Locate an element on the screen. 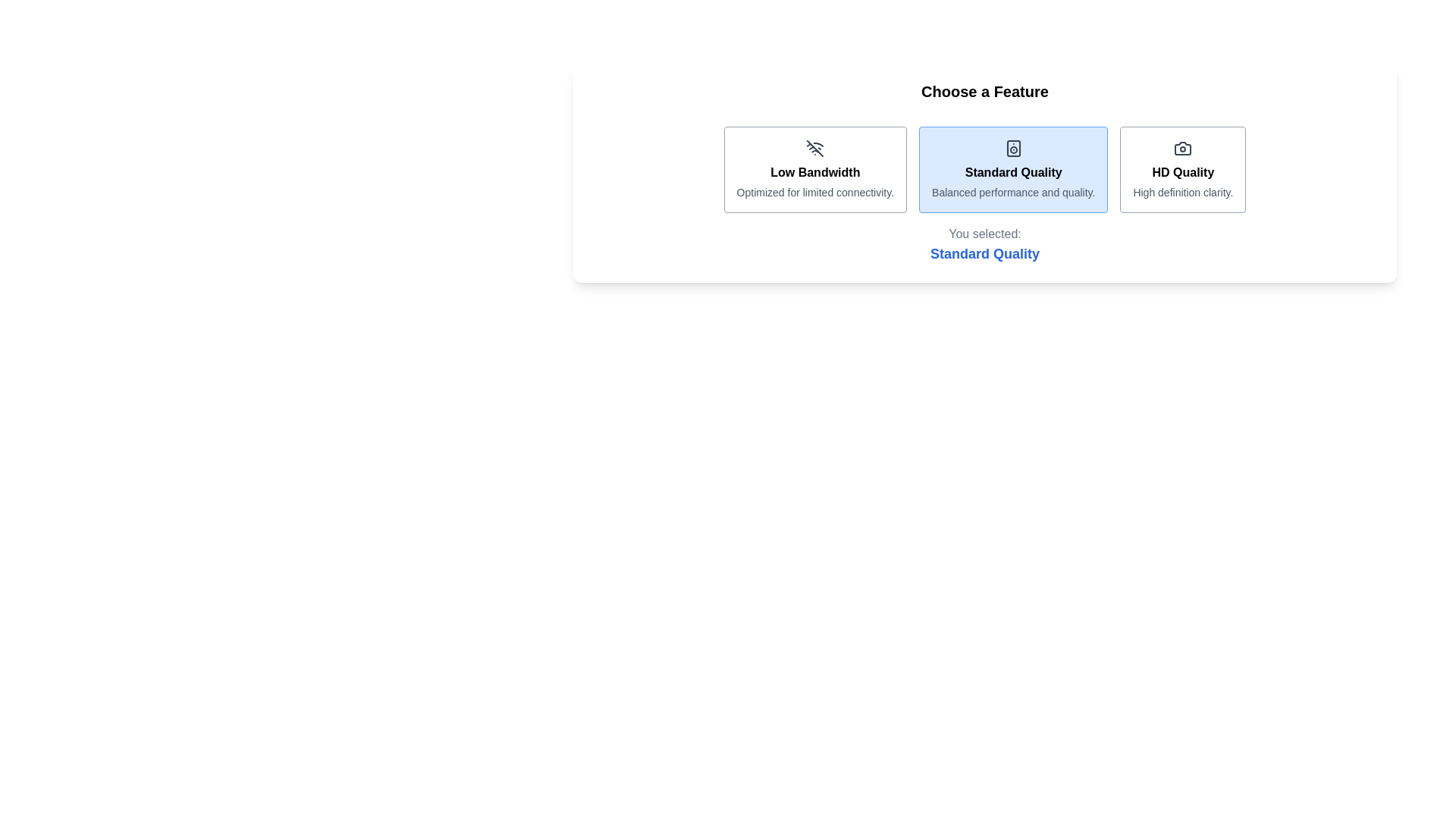 The image size is (1456, 819). the Static Text Area displaying 'Standard Quality' in bold blue and 'You selected:' in gray, located below the feature selection cards is located at coordinates (985, 244).